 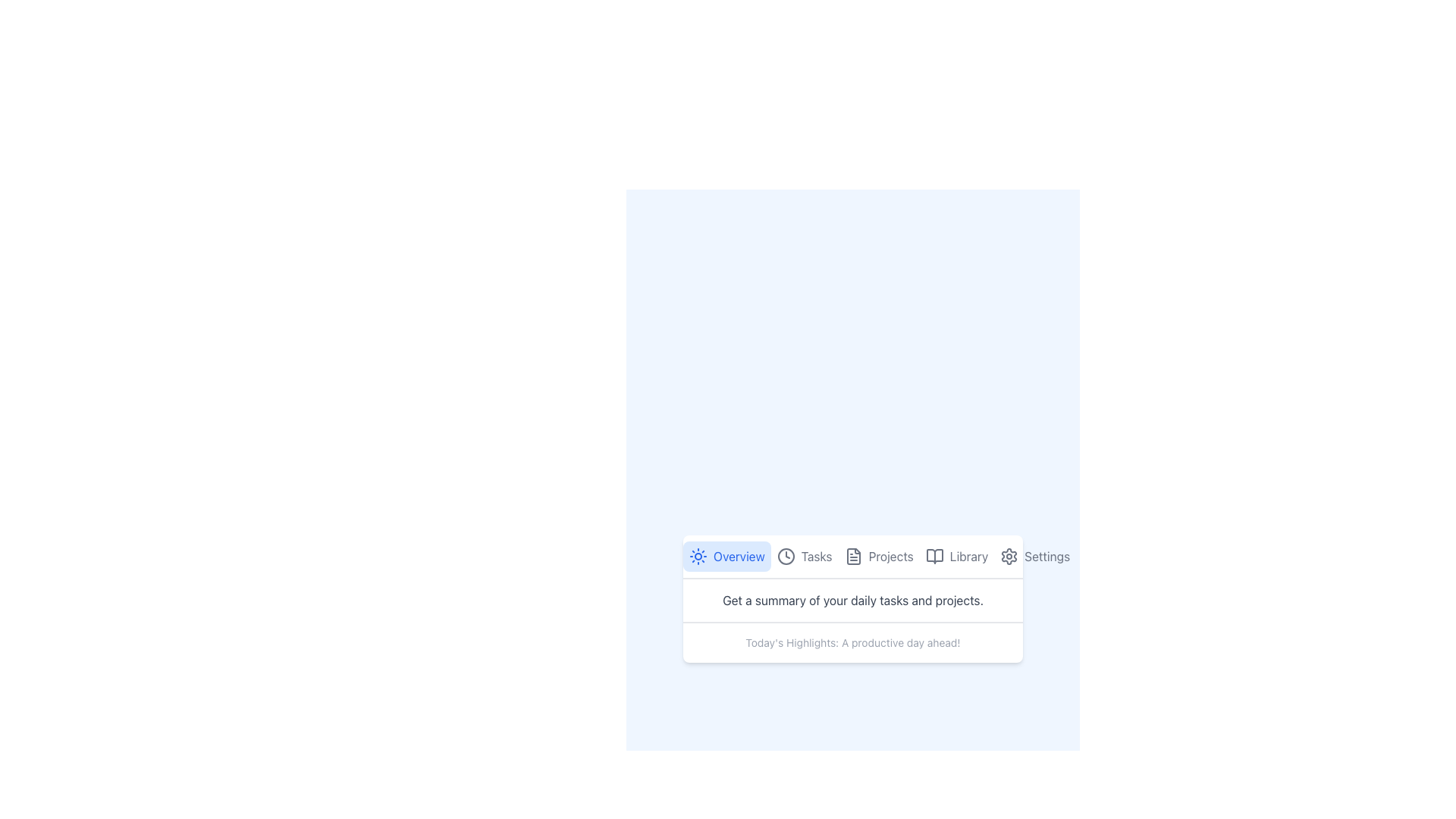 I want to click on the 'Projects' button located in the horizontal navigation bar, which is the third option between 'Tasks' and 'Library', so click(x=879, y=556).